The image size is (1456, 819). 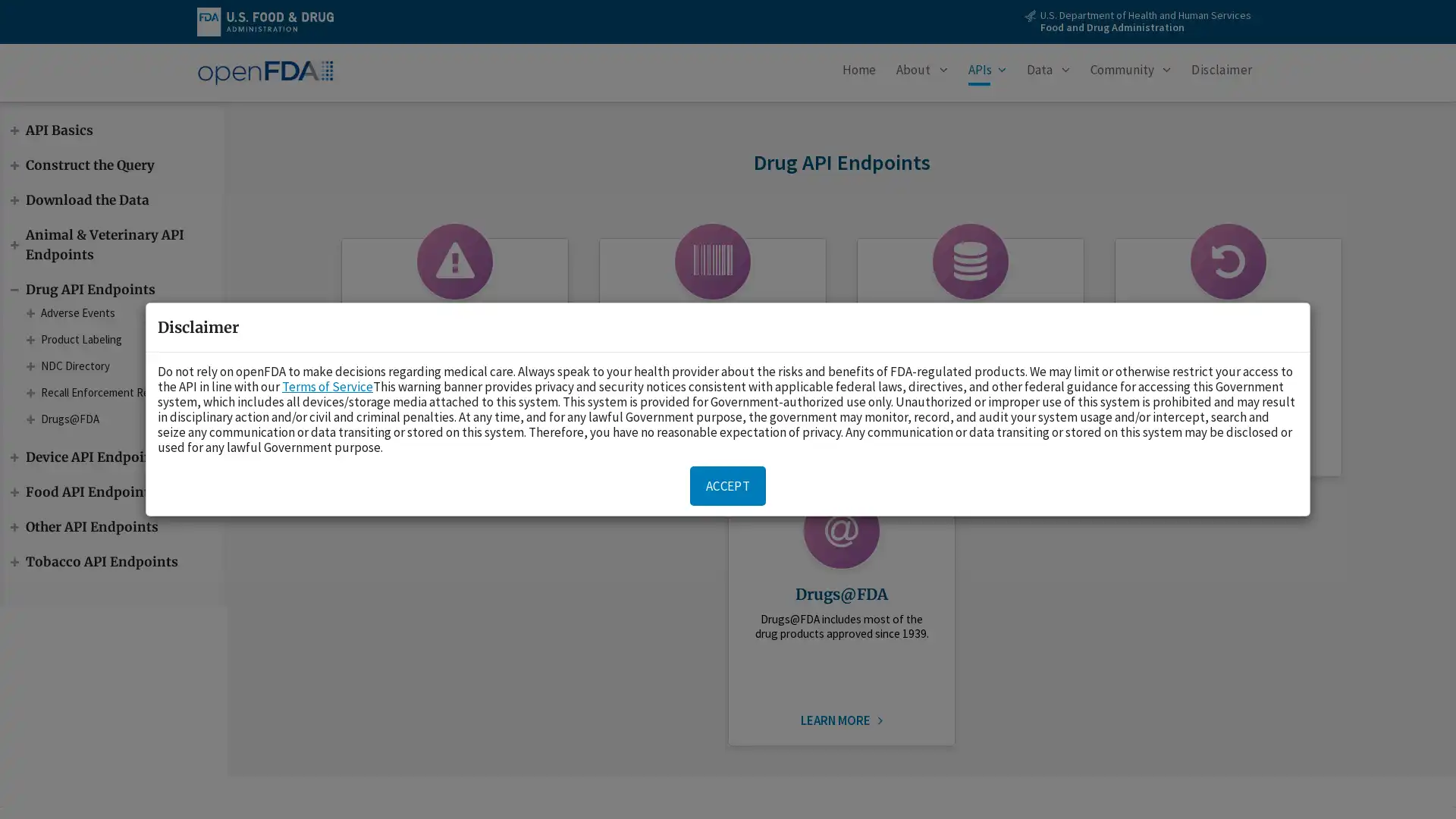 I want to click on ACCEPT, so click(x=728, y=485).